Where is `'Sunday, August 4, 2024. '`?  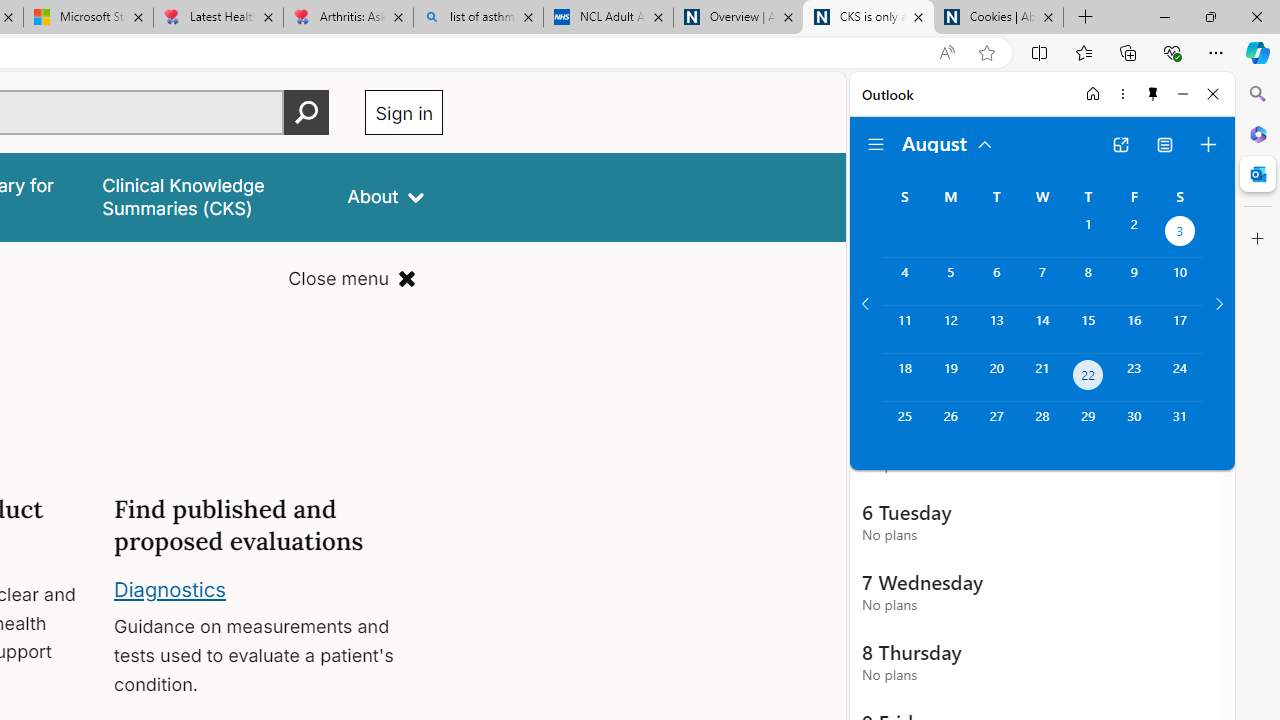
'Sunday, August 4, 2024. ' is located at coordinates (903, 281).